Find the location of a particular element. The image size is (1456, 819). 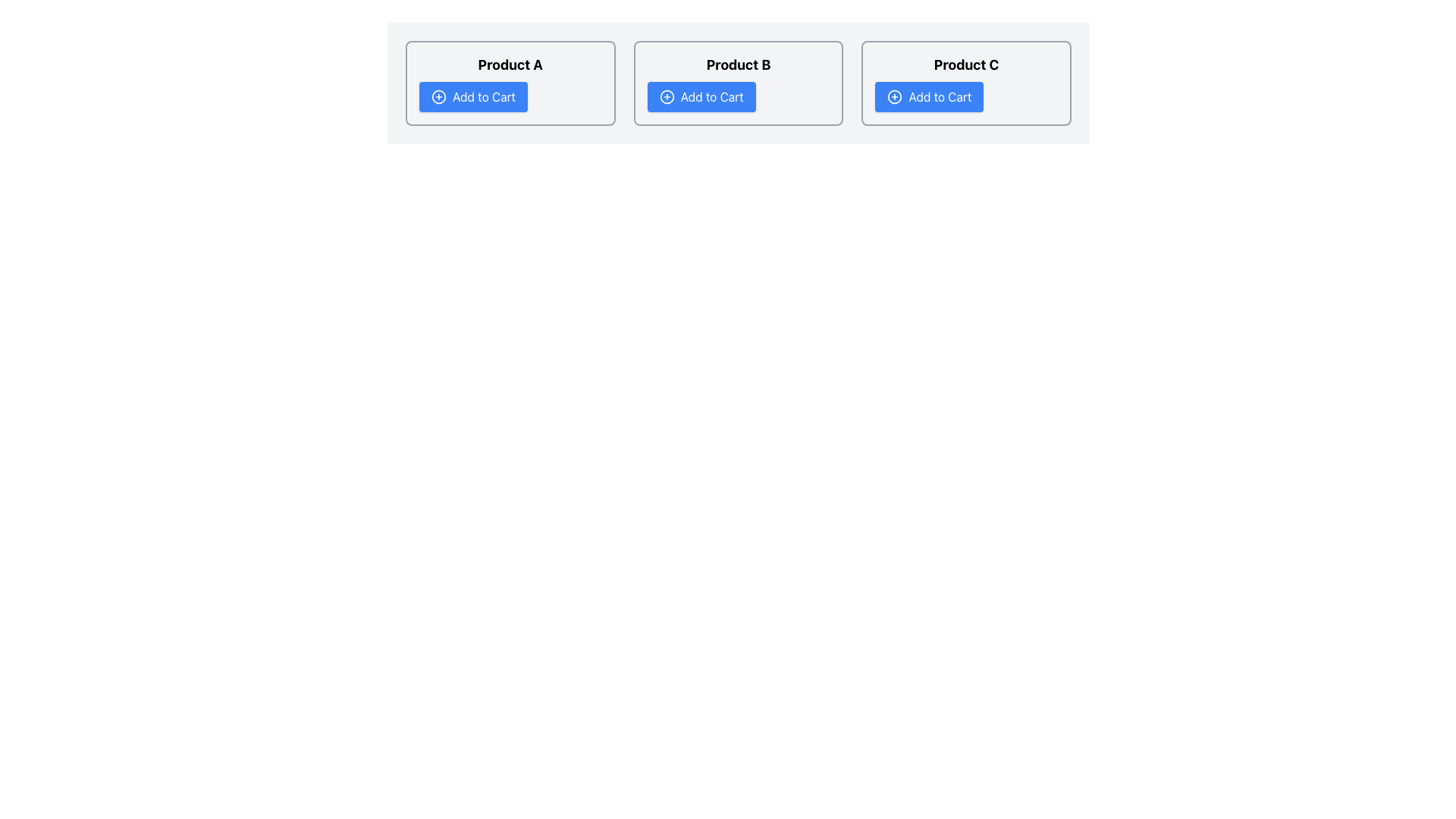

the circular icon with a blue background and white plus sign, which is located to the left of the 'Add to Cart' button is located at coordinates (438, 96).